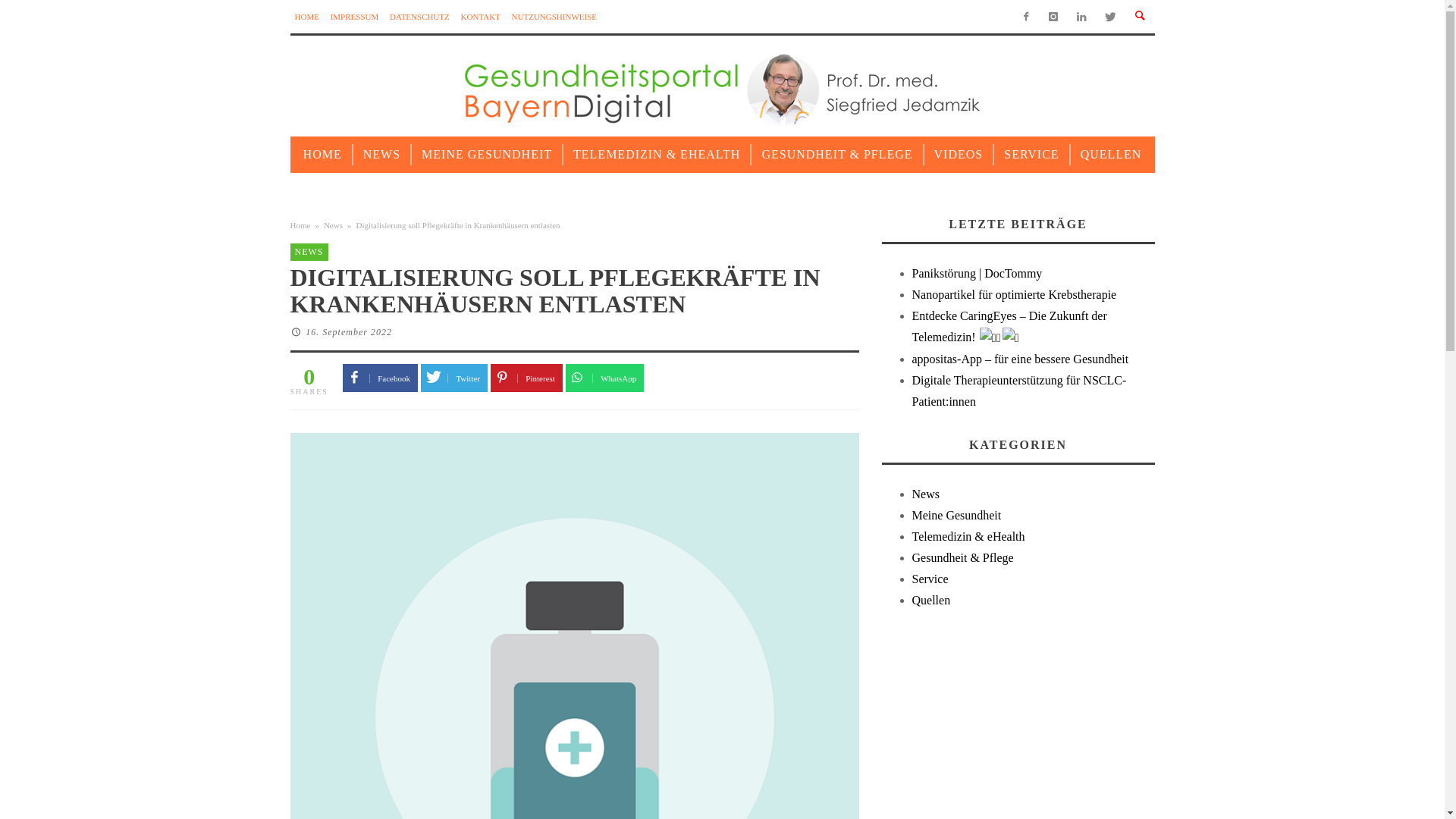  What do you see at coordinates (961, 557) in the screenshot?
I see `'Gesundheit & Pflege'` at bounding box center [961, 557].